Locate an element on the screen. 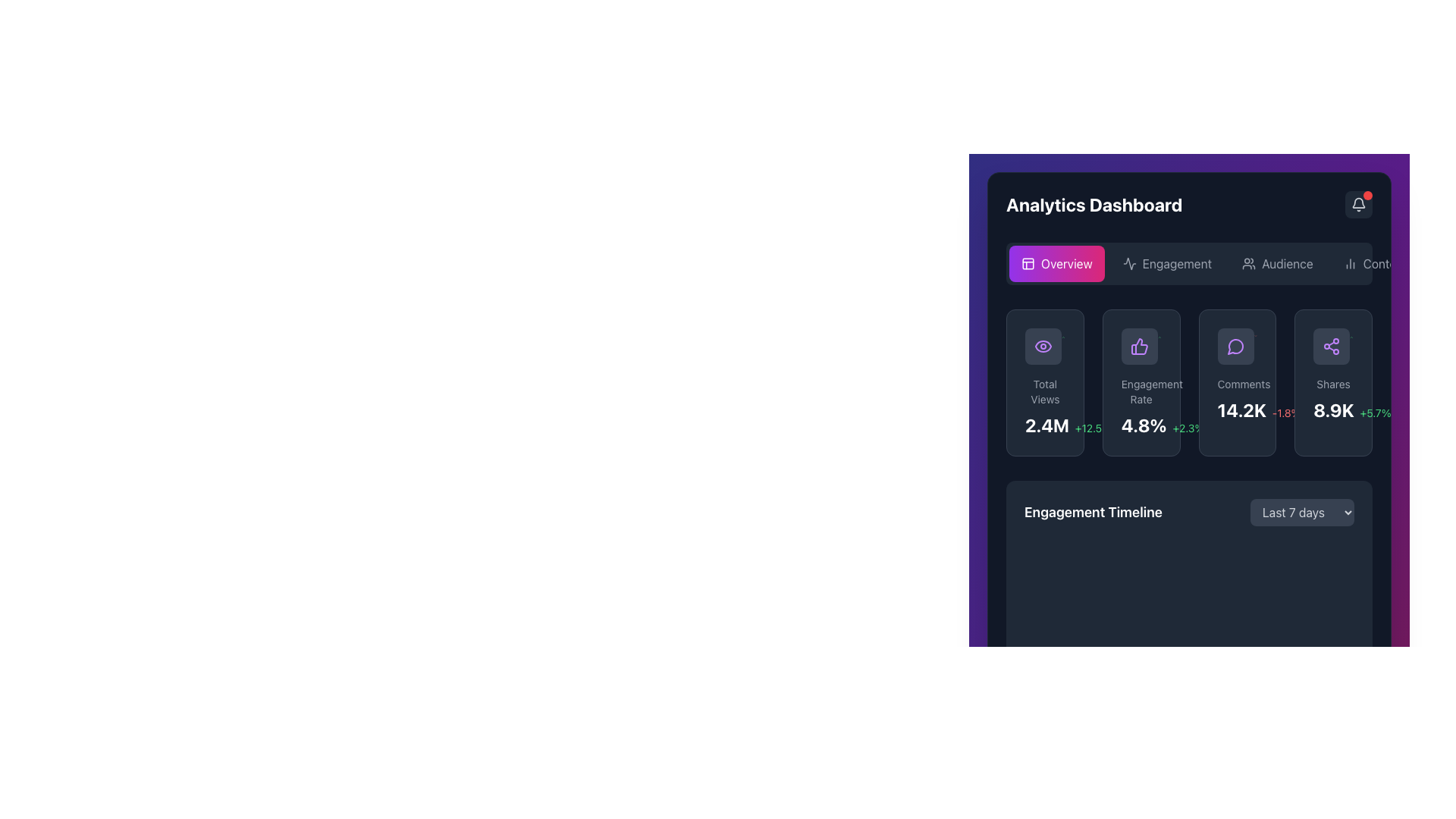 Image resolution: width=1456 pixels, height=819 pixels. the text label that describes the engagement rate metric, located in the statistics box on the dashboard, positioned beneath the thumbs-up icon and above the '4.8%' and '+2.3%' statistics is located at coordinates (1141, 391).